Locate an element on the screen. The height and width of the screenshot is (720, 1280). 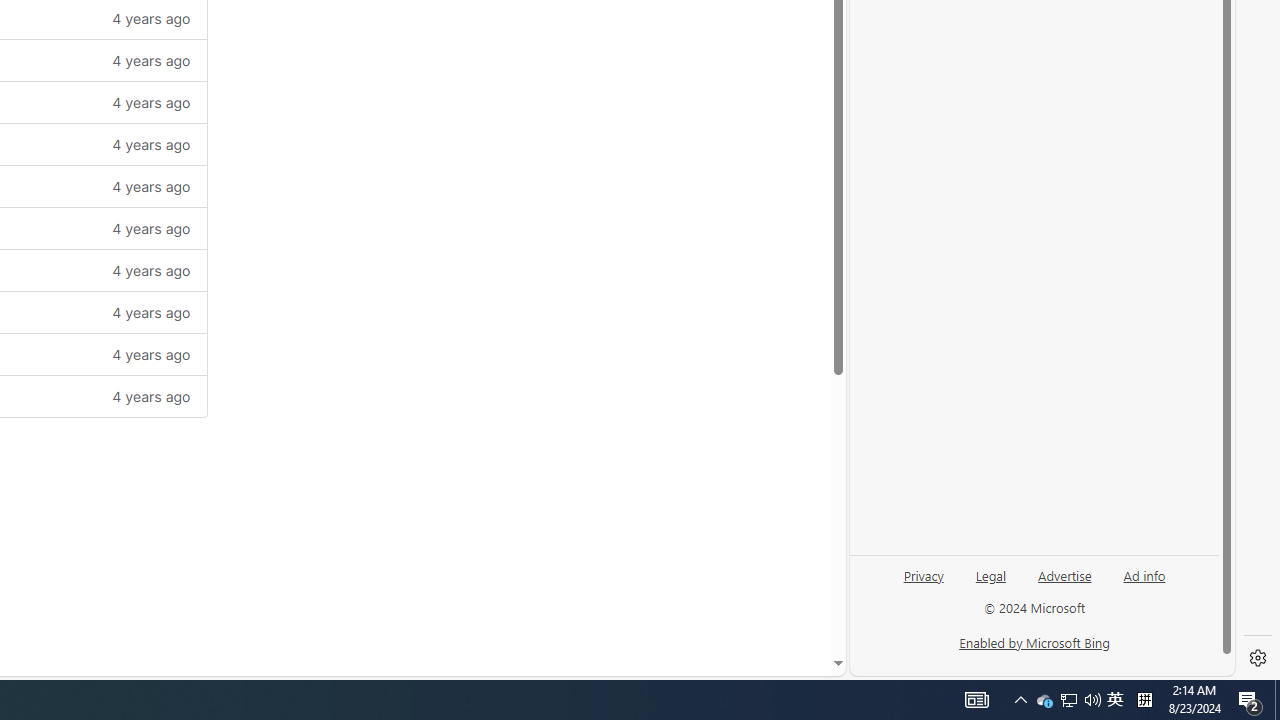
'Ad info' is located at coordinates (1144, 583).